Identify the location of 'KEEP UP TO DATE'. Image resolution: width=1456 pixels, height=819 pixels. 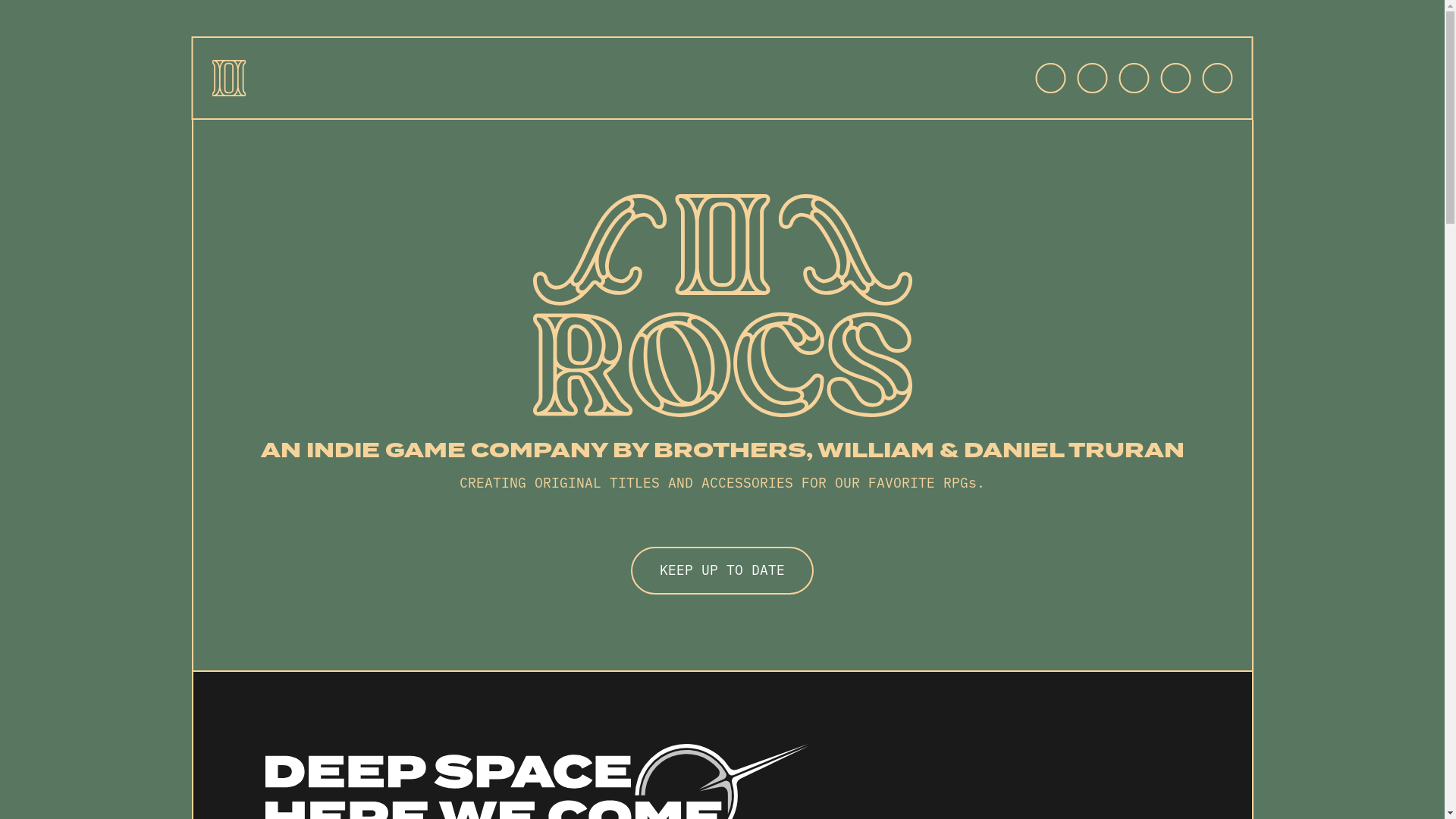
(721, 570).